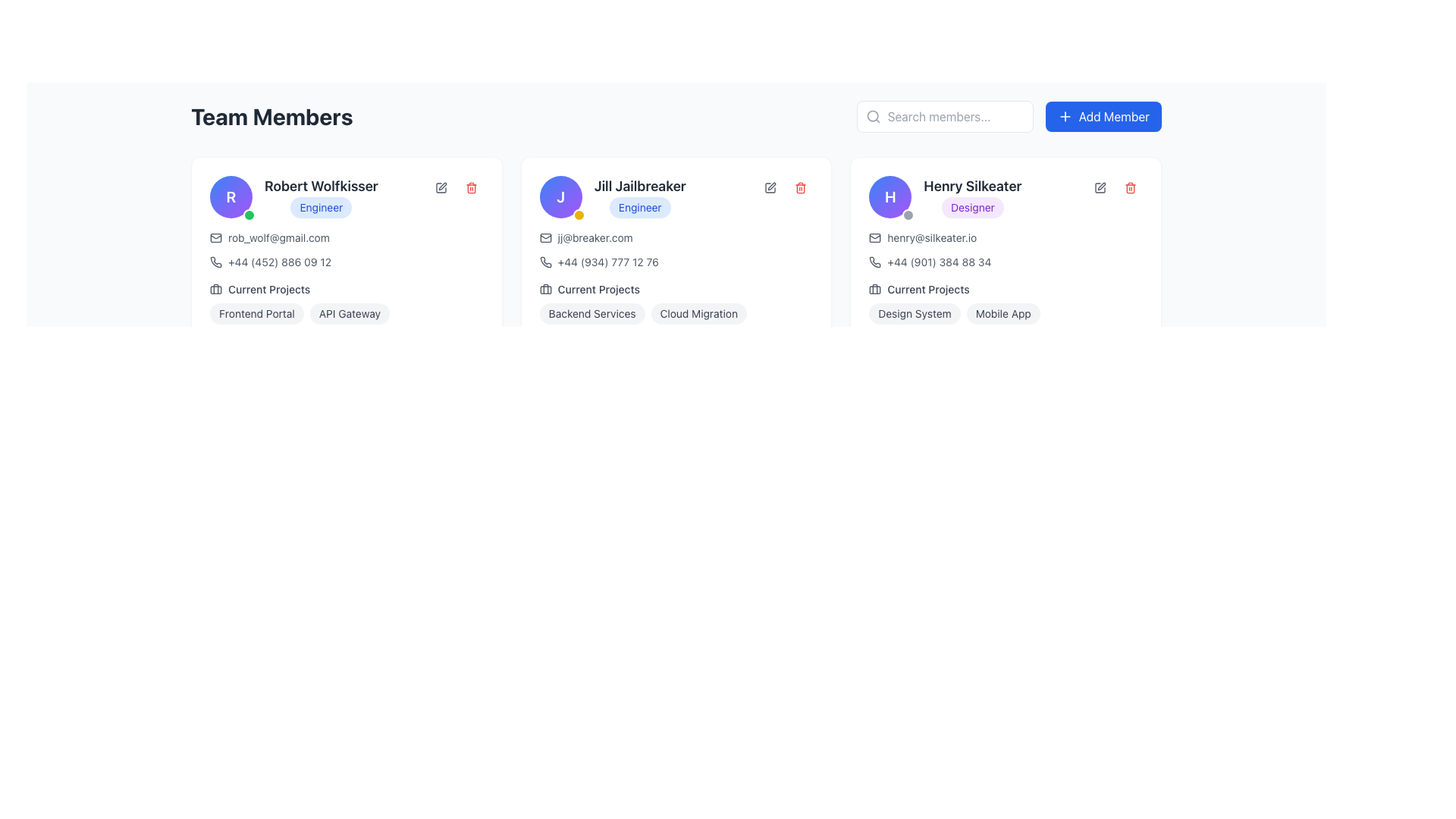 The image size is (1456, 819). What do you see at coordinates (249, 215) in the screenshot?
I see `the Status indicator located at the bottom-right corner of the avatar for Robert Wolfkisser's card` at bounding box center [249, 215].